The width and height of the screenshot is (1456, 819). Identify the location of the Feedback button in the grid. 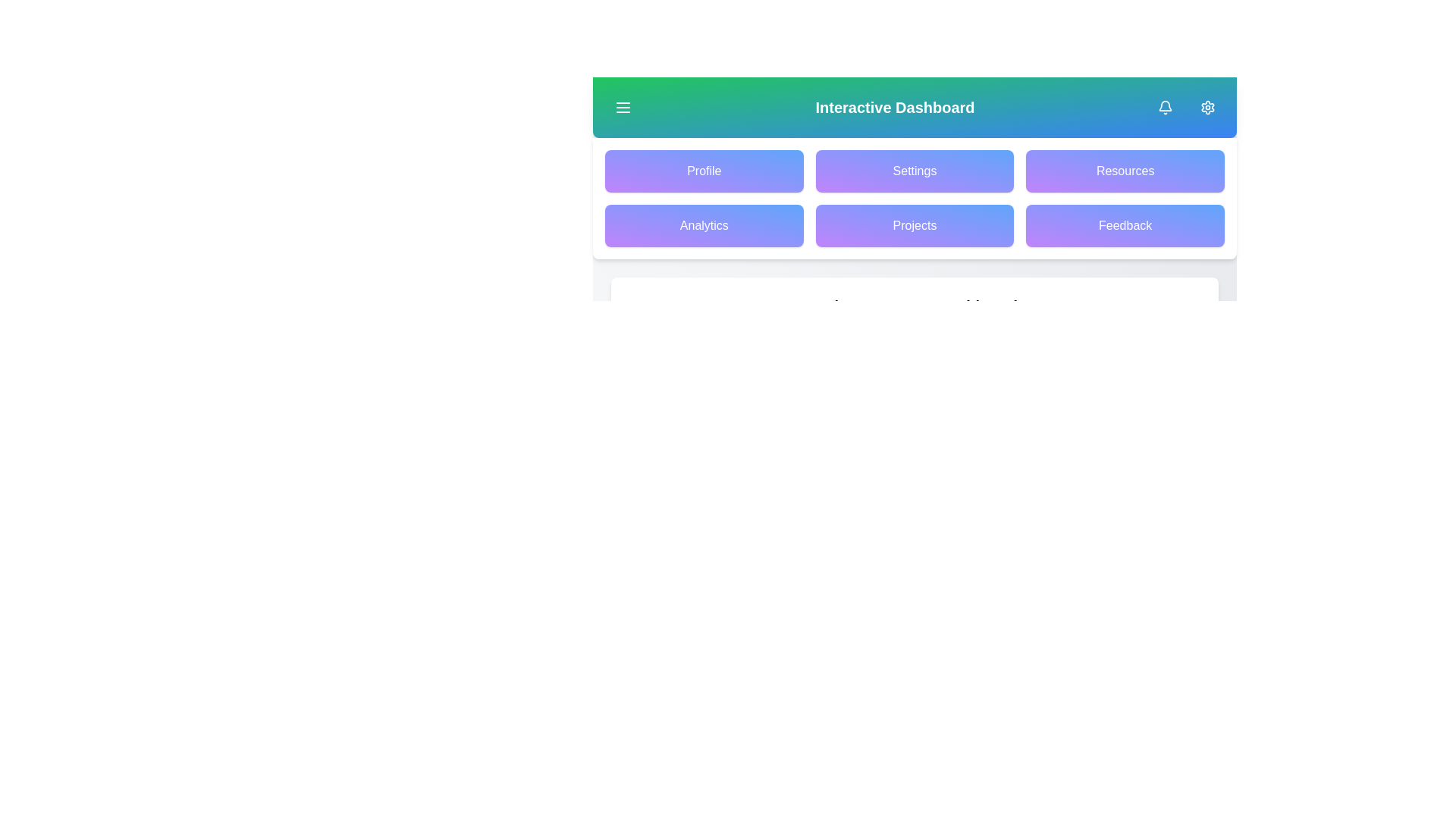
(1125, 225).